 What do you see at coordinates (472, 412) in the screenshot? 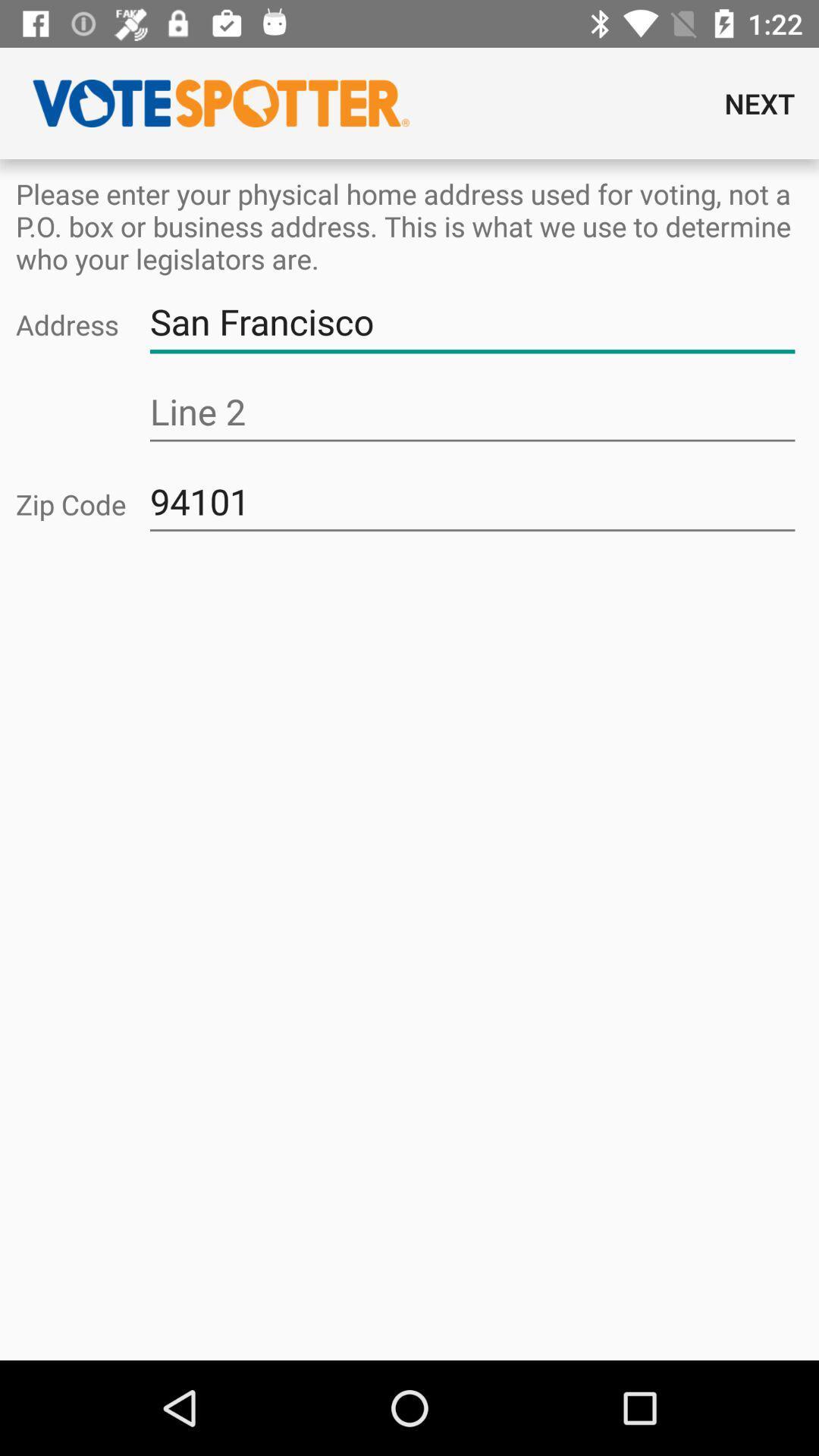
I see `further address info` at bounding box center [472, 412].